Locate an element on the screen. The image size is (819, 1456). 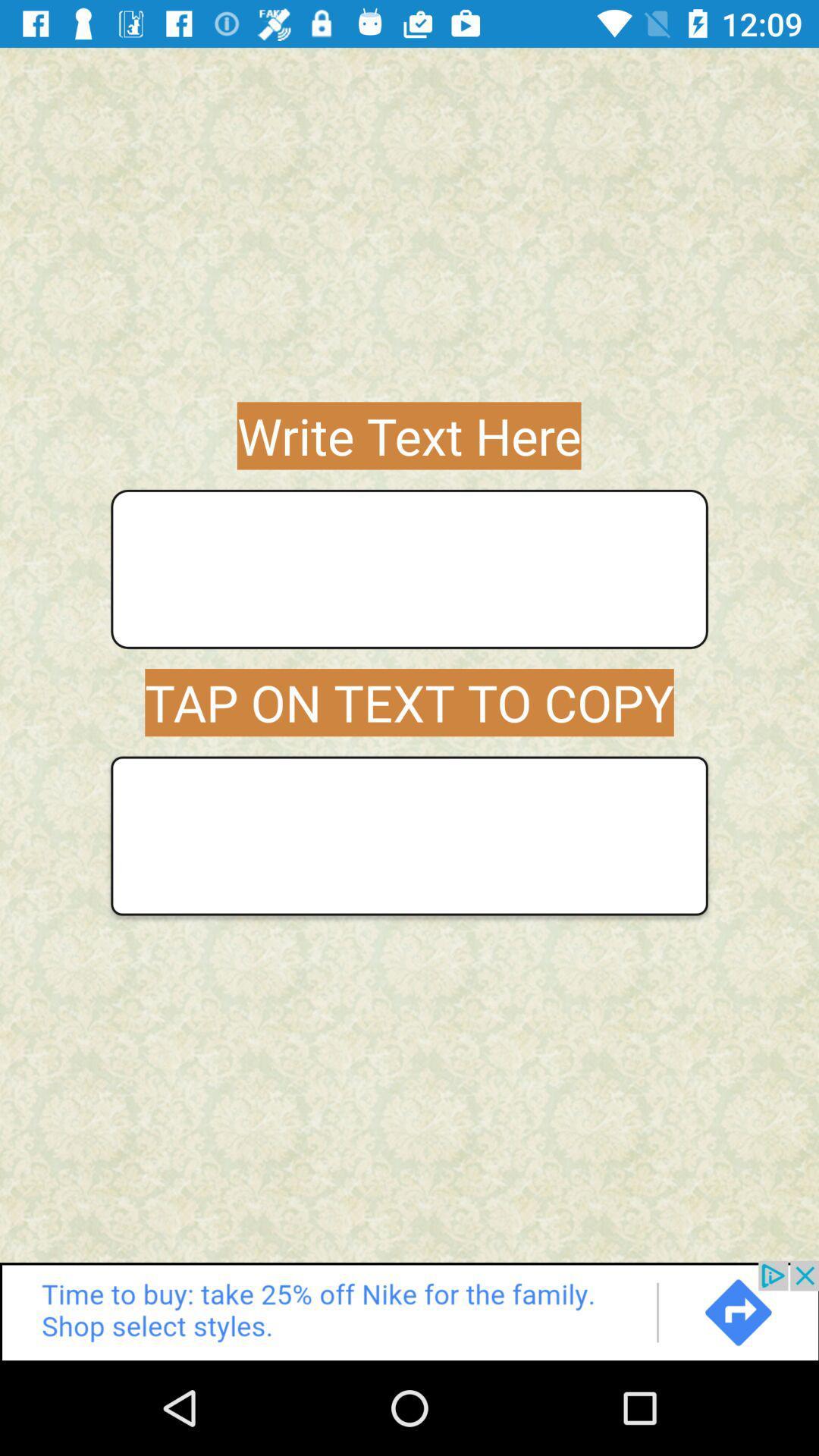
tap on text to copy is located at coordinates (409, 835).